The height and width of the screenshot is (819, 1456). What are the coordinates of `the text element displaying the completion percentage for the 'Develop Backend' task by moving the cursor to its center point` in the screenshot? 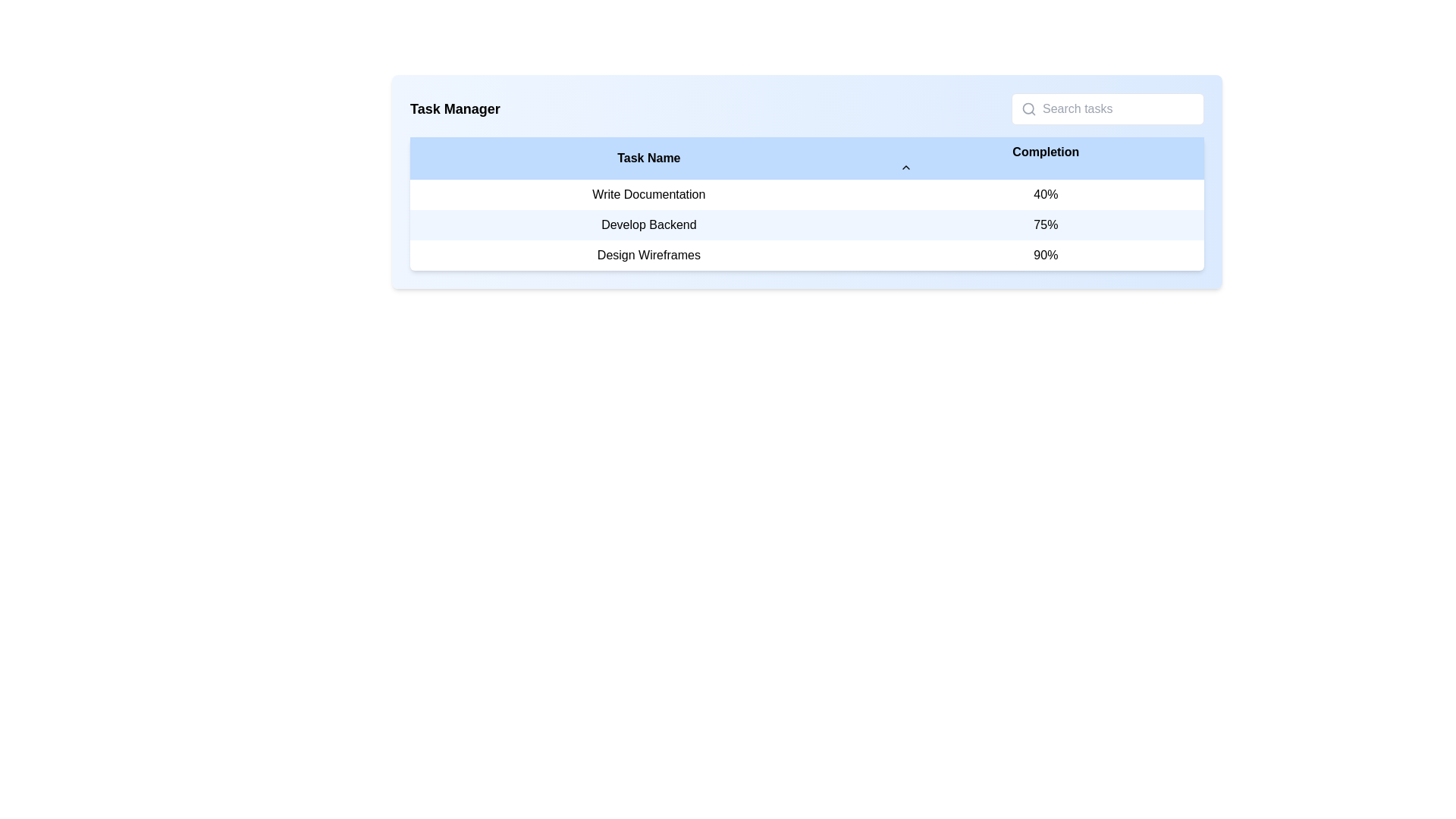 It's located at (1045, 225).